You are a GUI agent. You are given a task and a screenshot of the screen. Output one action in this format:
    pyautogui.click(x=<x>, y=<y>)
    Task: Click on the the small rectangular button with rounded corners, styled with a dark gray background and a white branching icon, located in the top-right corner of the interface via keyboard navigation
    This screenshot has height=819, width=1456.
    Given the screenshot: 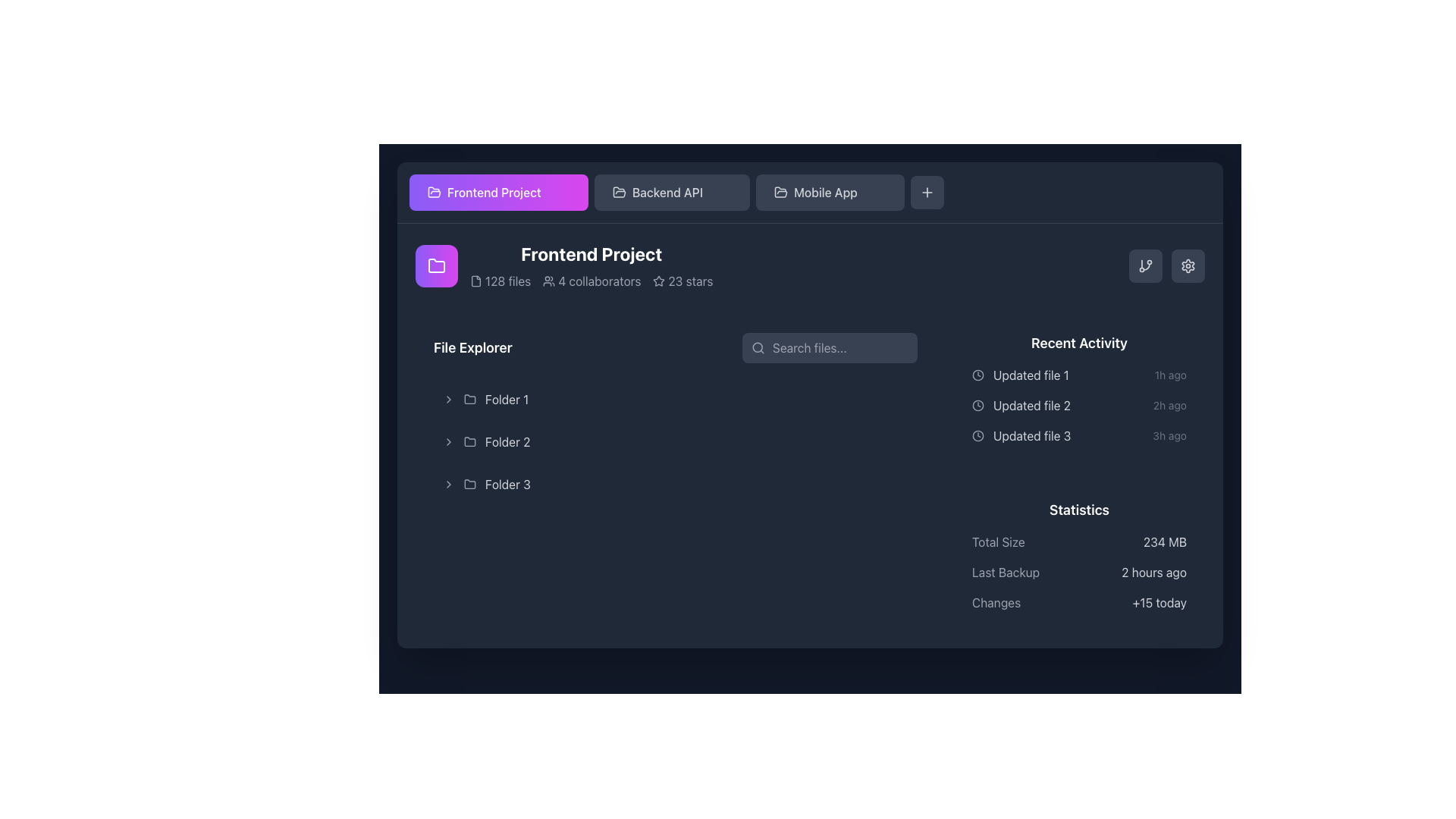 What is the action you would take?
    pyautogui.click(x=1146, y=265)
    